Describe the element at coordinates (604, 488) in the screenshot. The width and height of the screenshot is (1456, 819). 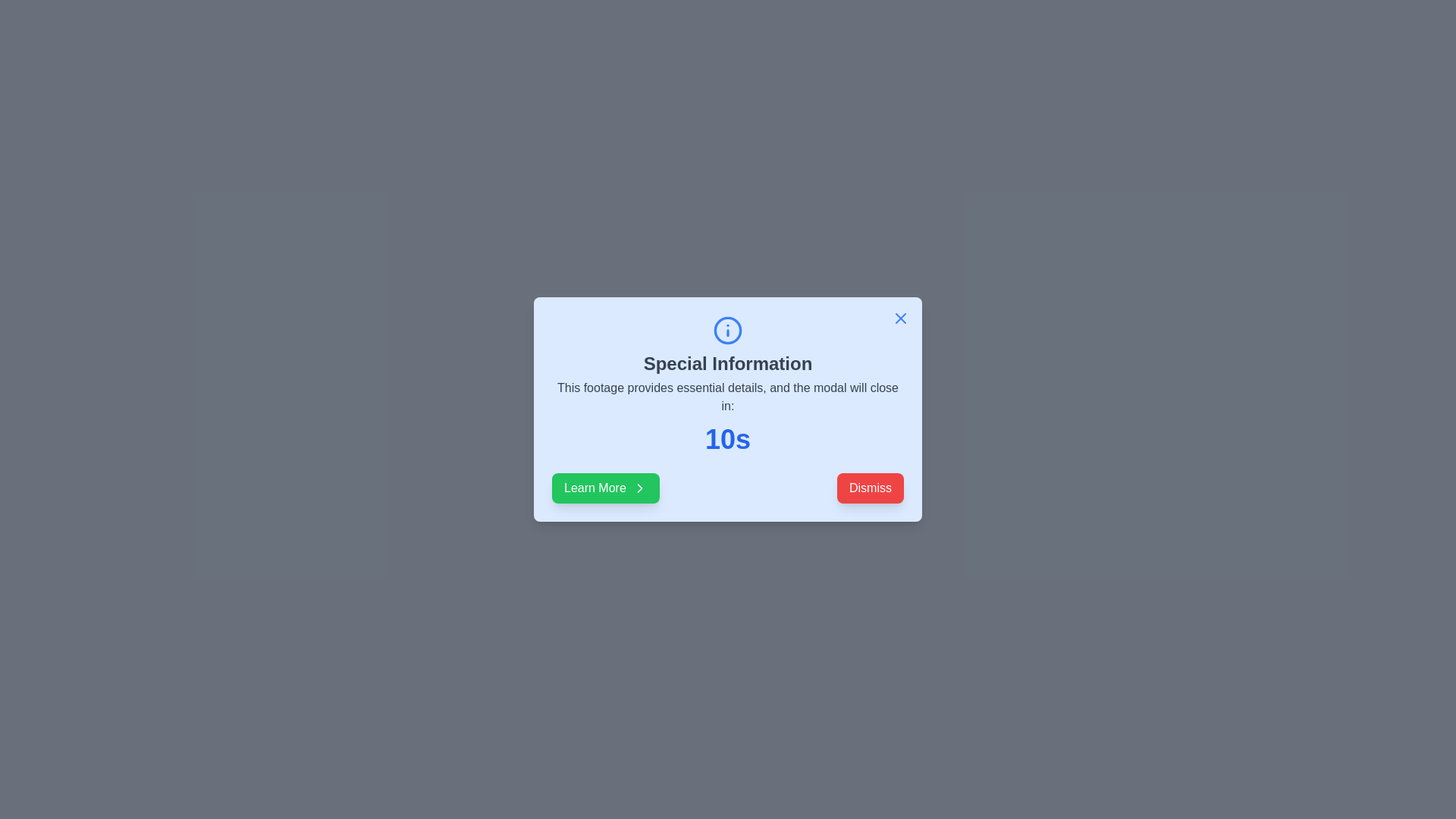
I see `the 'Learn More' button with a green background, white text, and a right-facing chevron icon located in the bottom-left corner of the modal window` at that location.